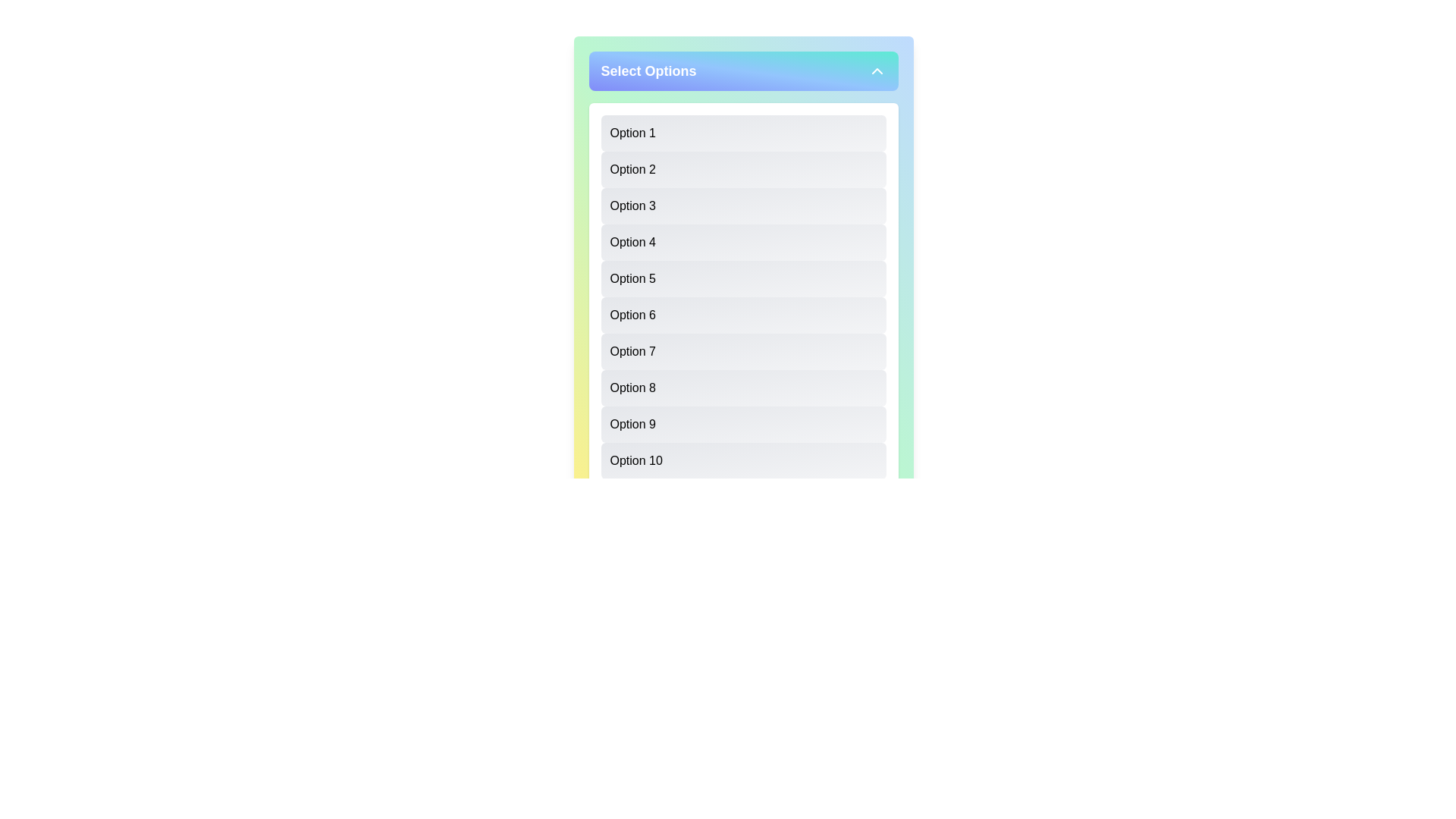  I want to click on the 'Option 8' label, which is displayed in bold text within a grayish background, so click(632, 388).